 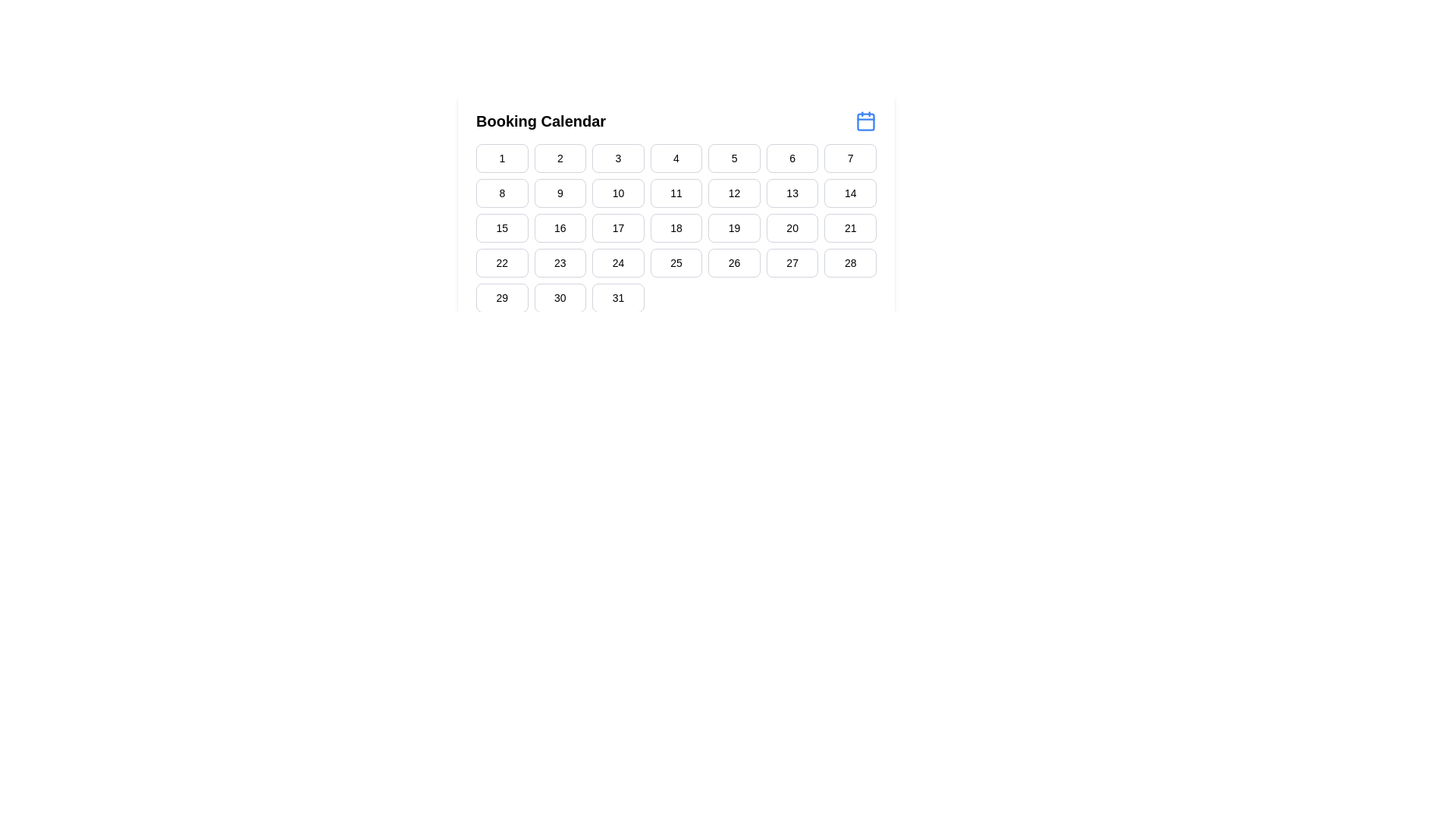 What do you see at coordinates (850, 192) in the screenshot?
I see `the rectangular button displaying the number '14' to trigger its visual change` at bounding box center [850, 192].